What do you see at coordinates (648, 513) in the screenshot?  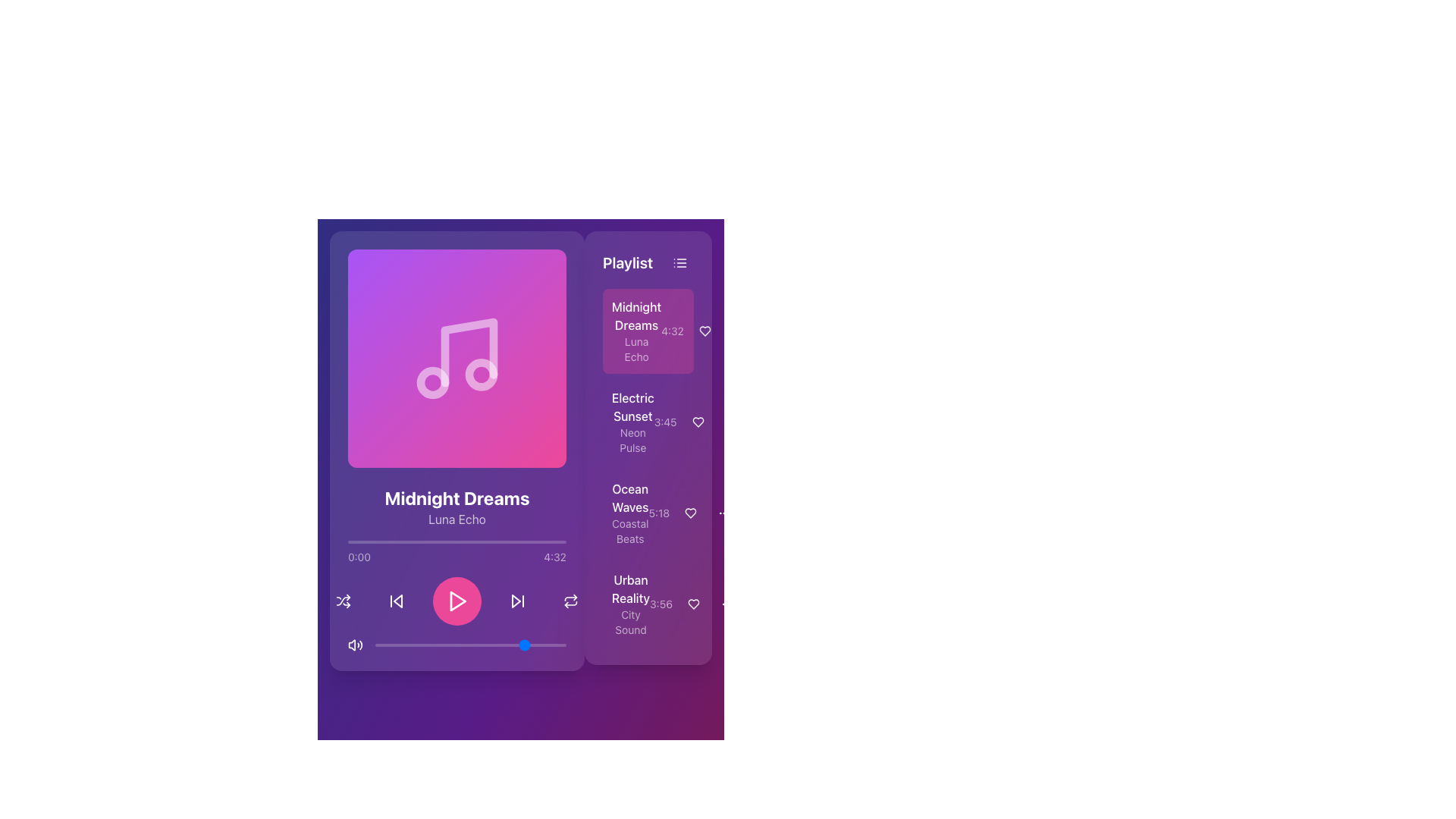 I see `the third item in the playlist, which represents a song or track` at bounding box center [648, 513].